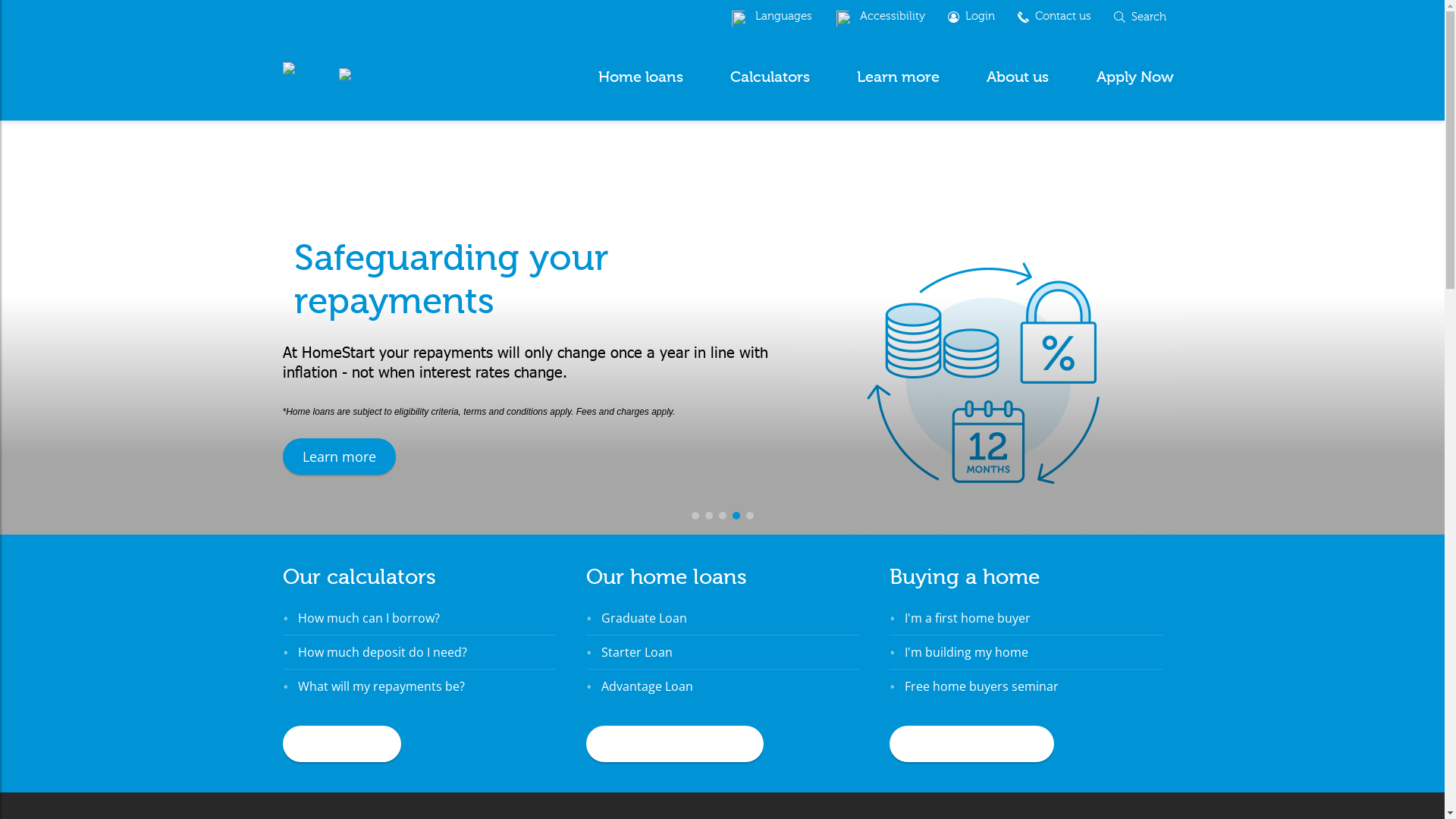  Describe the element at coordinates (971, 742) in the screenshot. I see `'Home buyers guide'` at that location.